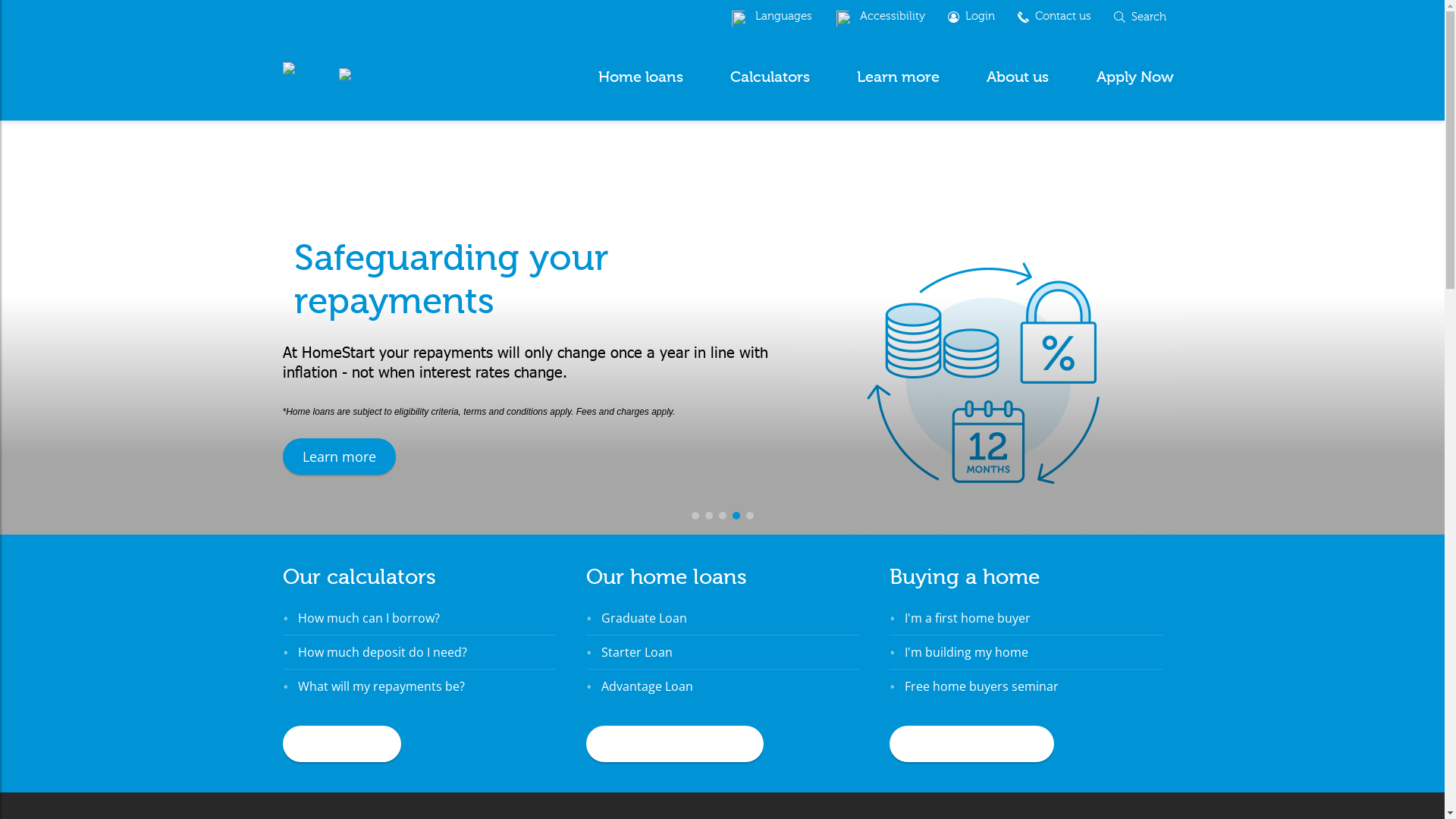  Describe the element at coordinates (971, 742) in the screenshot. I see `'Home buyers guide'` at that location.